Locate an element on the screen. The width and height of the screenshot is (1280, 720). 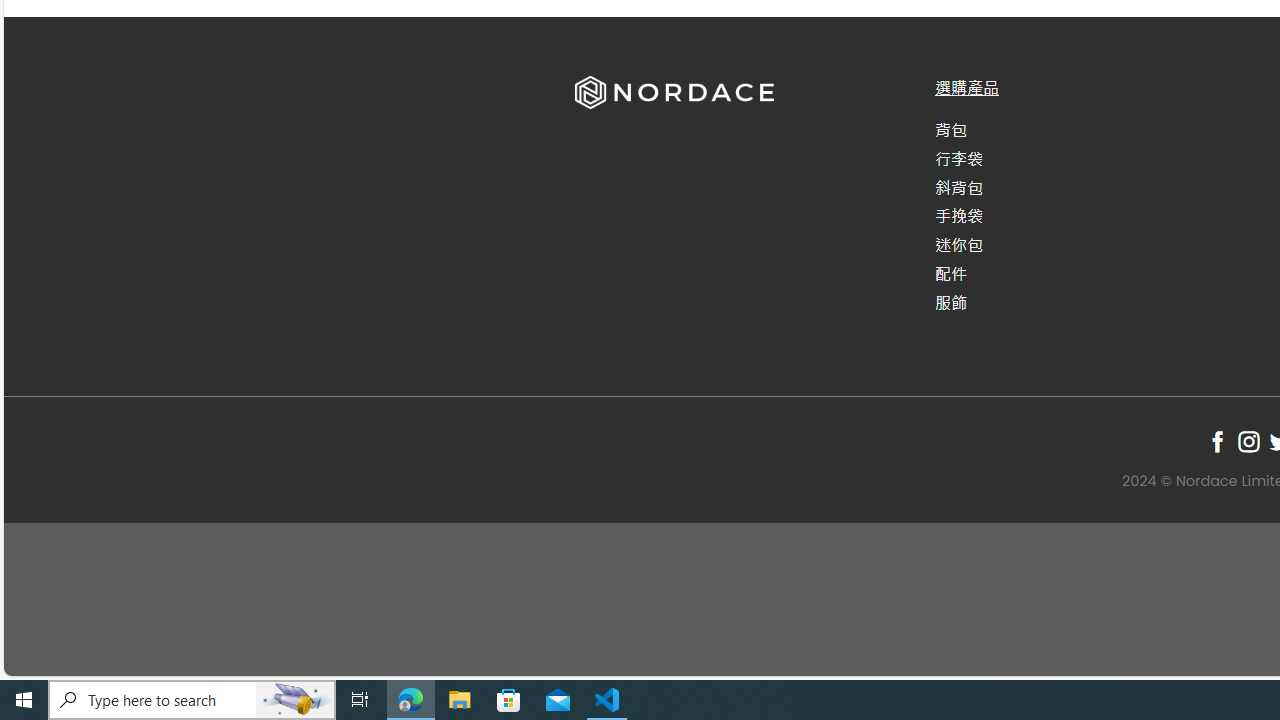
'Follow on Instagram' is located at coordinates (1247, 440).